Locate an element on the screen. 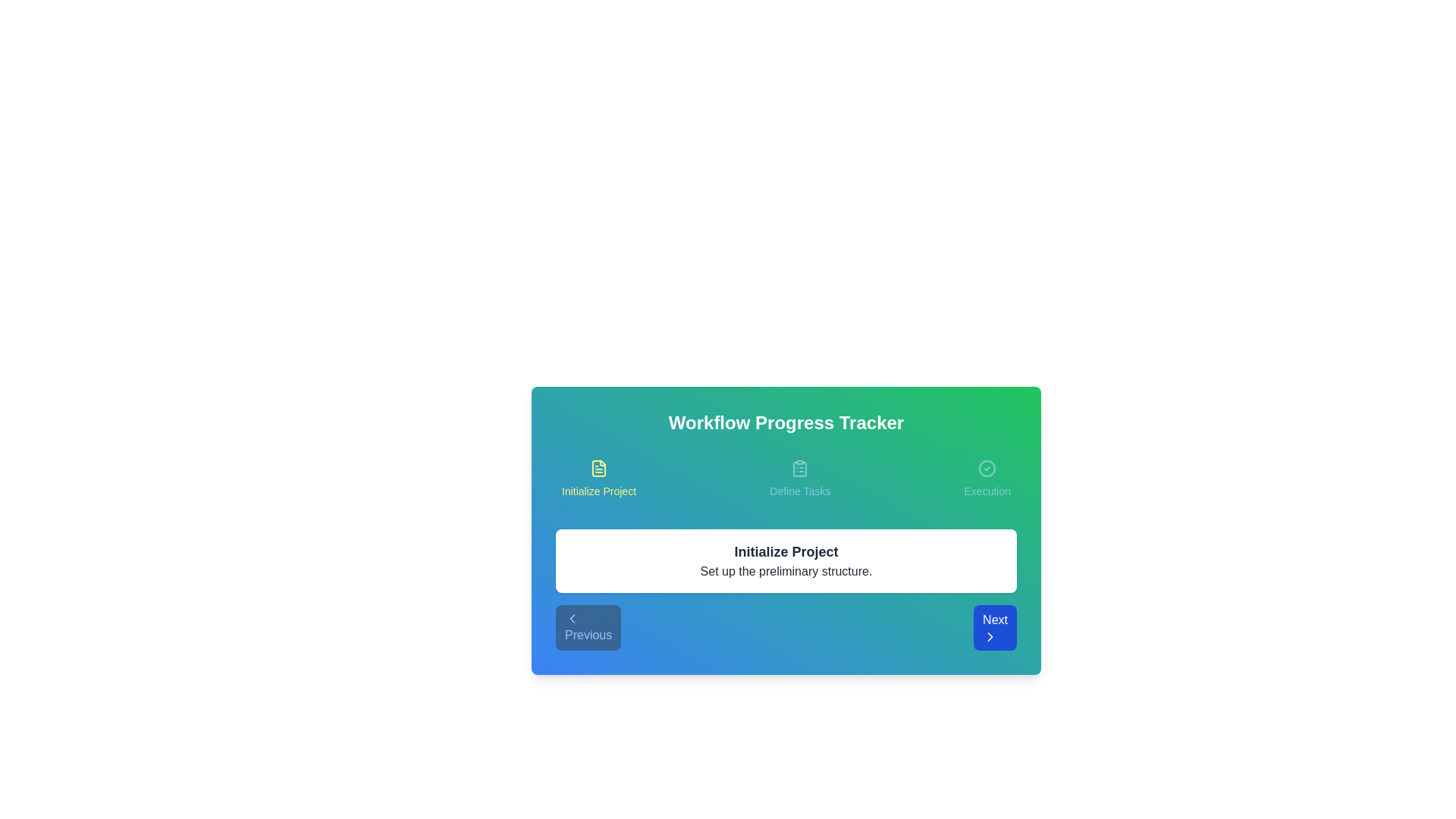 This screenshot has width=1456, height=819. the Next button to navigate the workflow is located at coordinates (995, 628).